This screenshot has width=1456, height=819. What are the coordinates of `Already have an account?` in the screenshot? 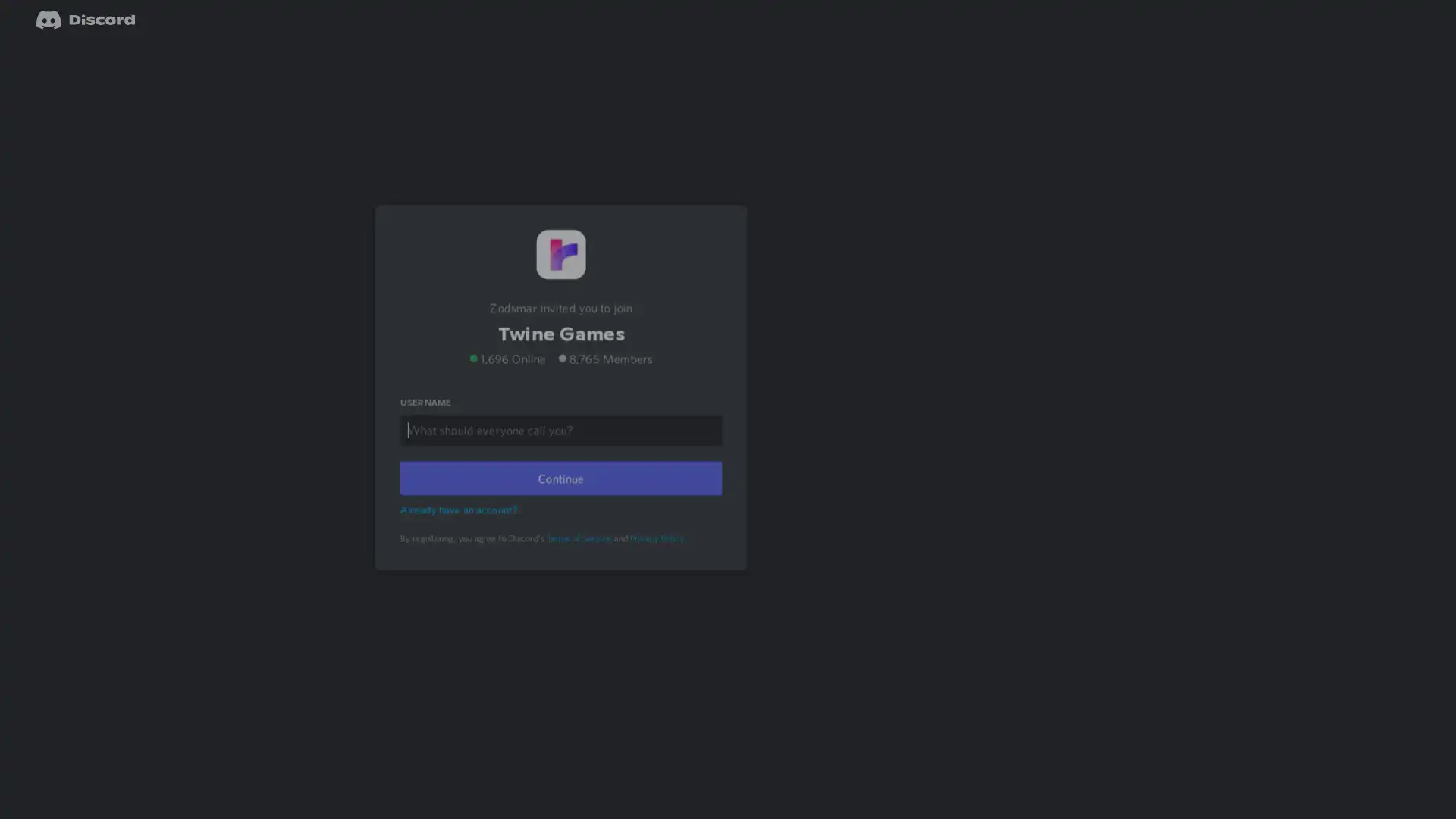 It's located at (460, 528).